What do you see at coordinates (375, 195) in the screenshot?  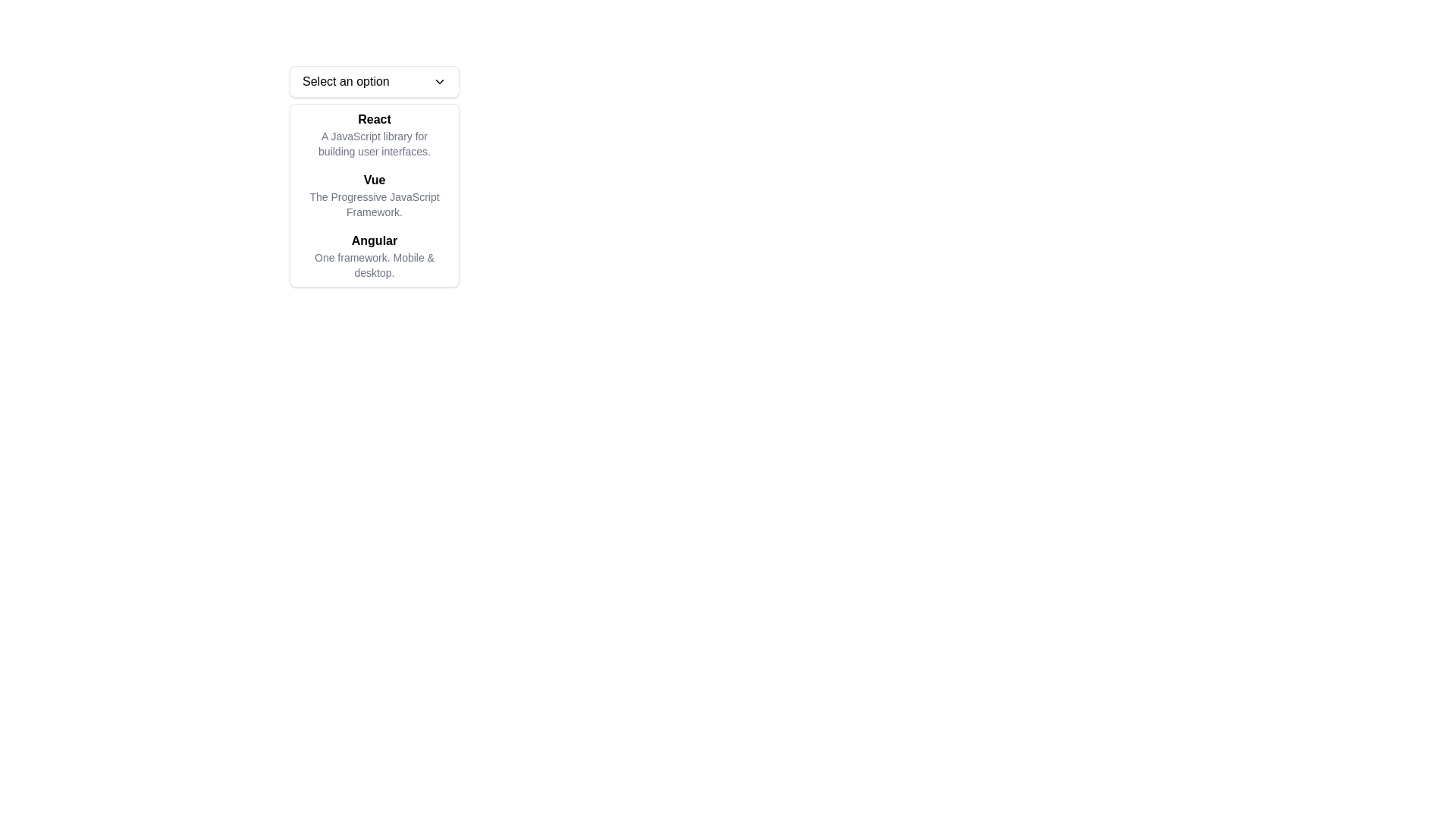 I see `the static text block displaying information about the JavaScript framework 'Vue', which is positioned below the 'React' option and above the 'Angular' option` at bounding box center [375, 195].